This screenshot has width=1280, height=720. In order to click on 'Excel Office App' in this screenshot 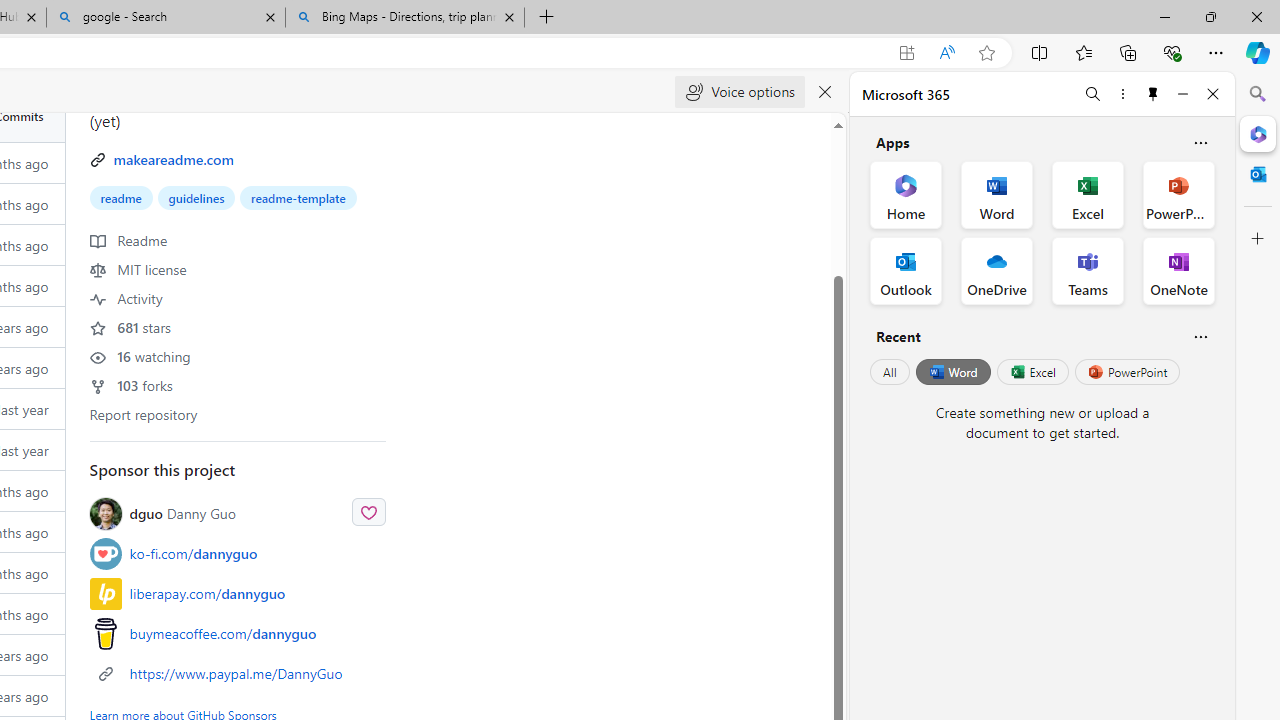, I will do `click(1087, 195)`.